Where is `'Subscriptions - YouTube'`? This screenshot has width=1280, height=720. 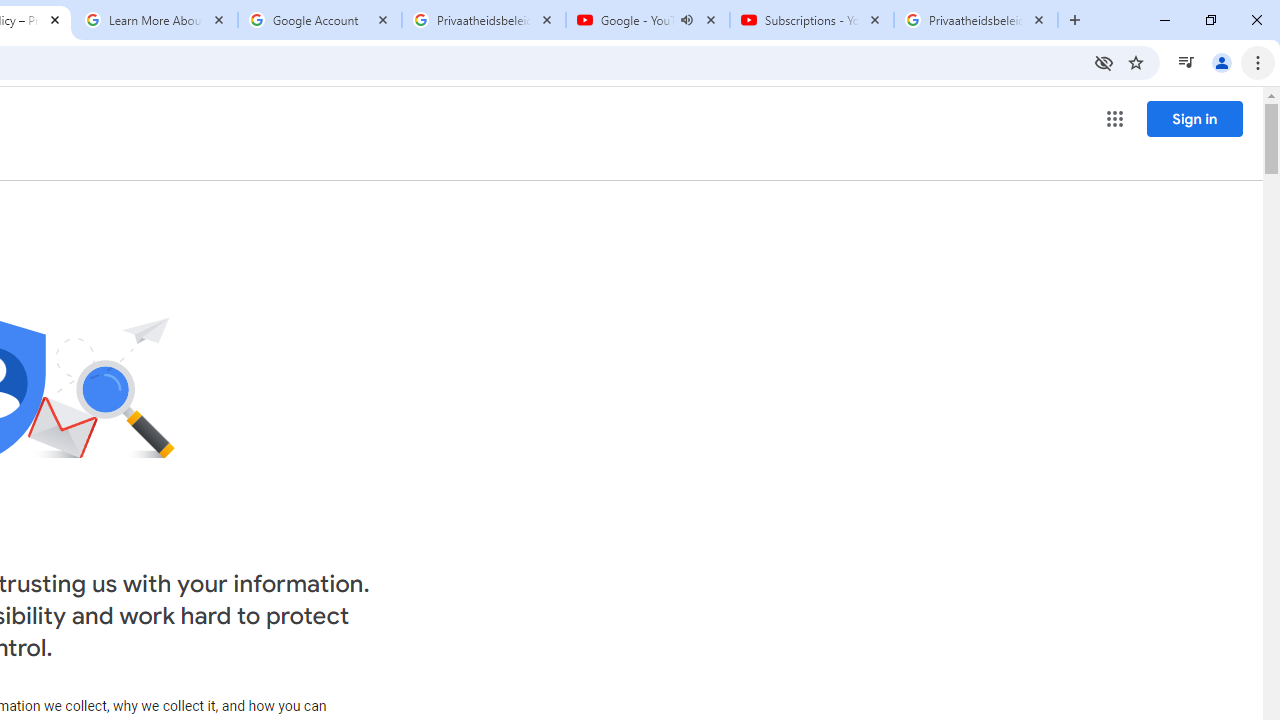 'Subscriptions - YouTube' is located at coordinates (811, 20).